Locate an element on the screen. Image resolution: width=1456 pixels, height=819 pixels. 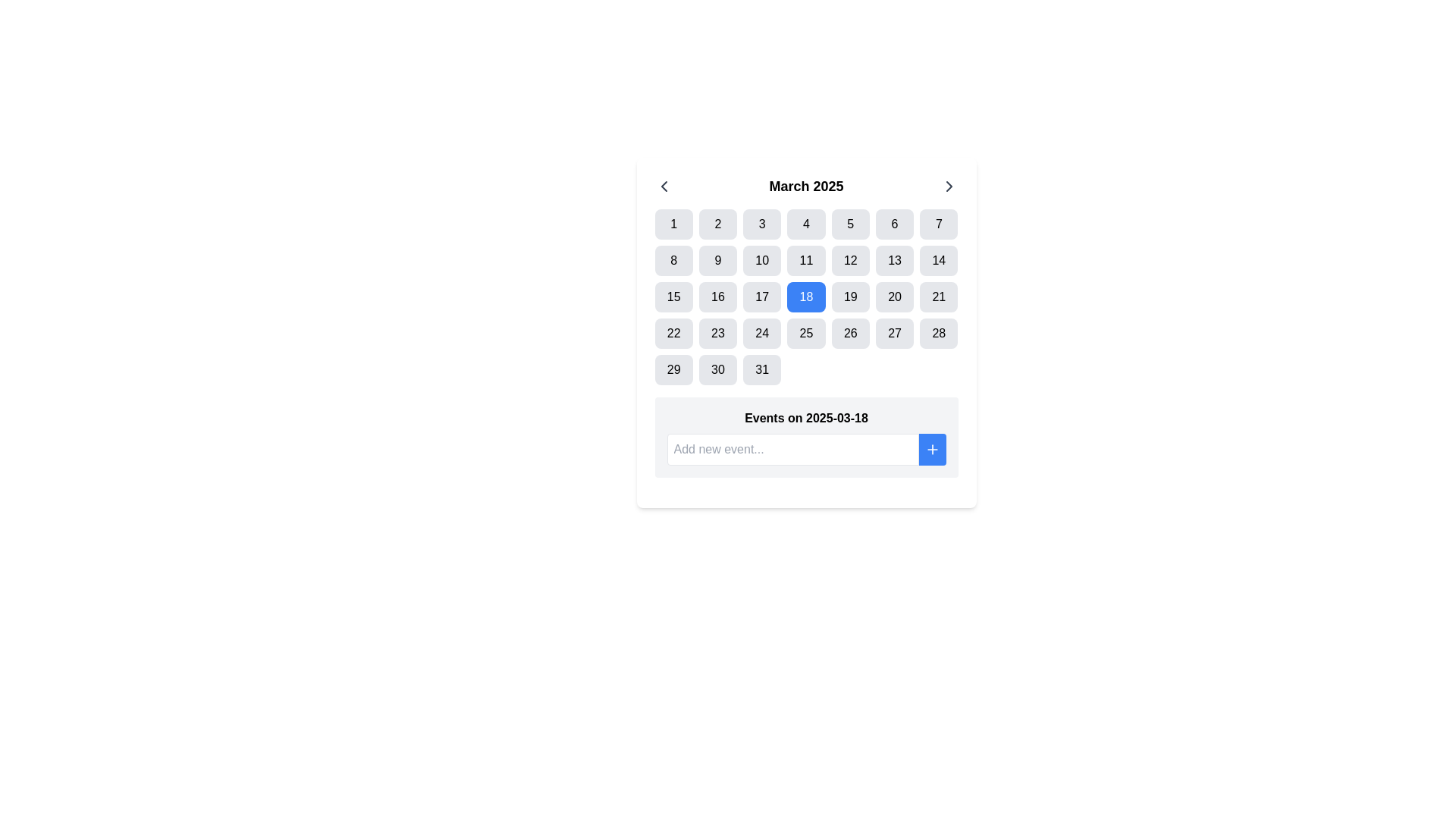
the grey-rounded square button containing the number '6' is located at coordinates (895, 224).